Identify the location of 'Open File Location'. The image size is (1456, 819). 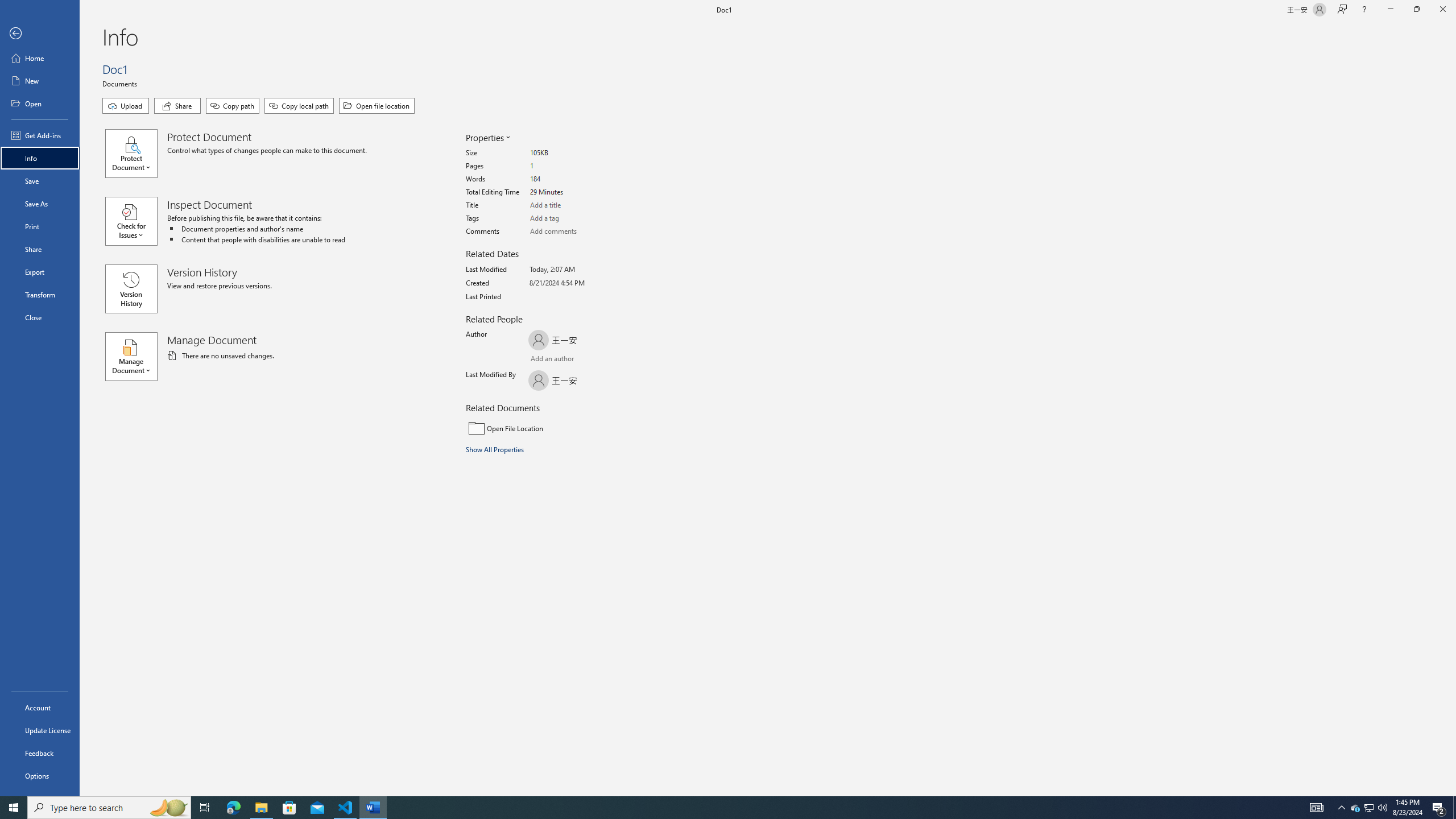
(542, 428).